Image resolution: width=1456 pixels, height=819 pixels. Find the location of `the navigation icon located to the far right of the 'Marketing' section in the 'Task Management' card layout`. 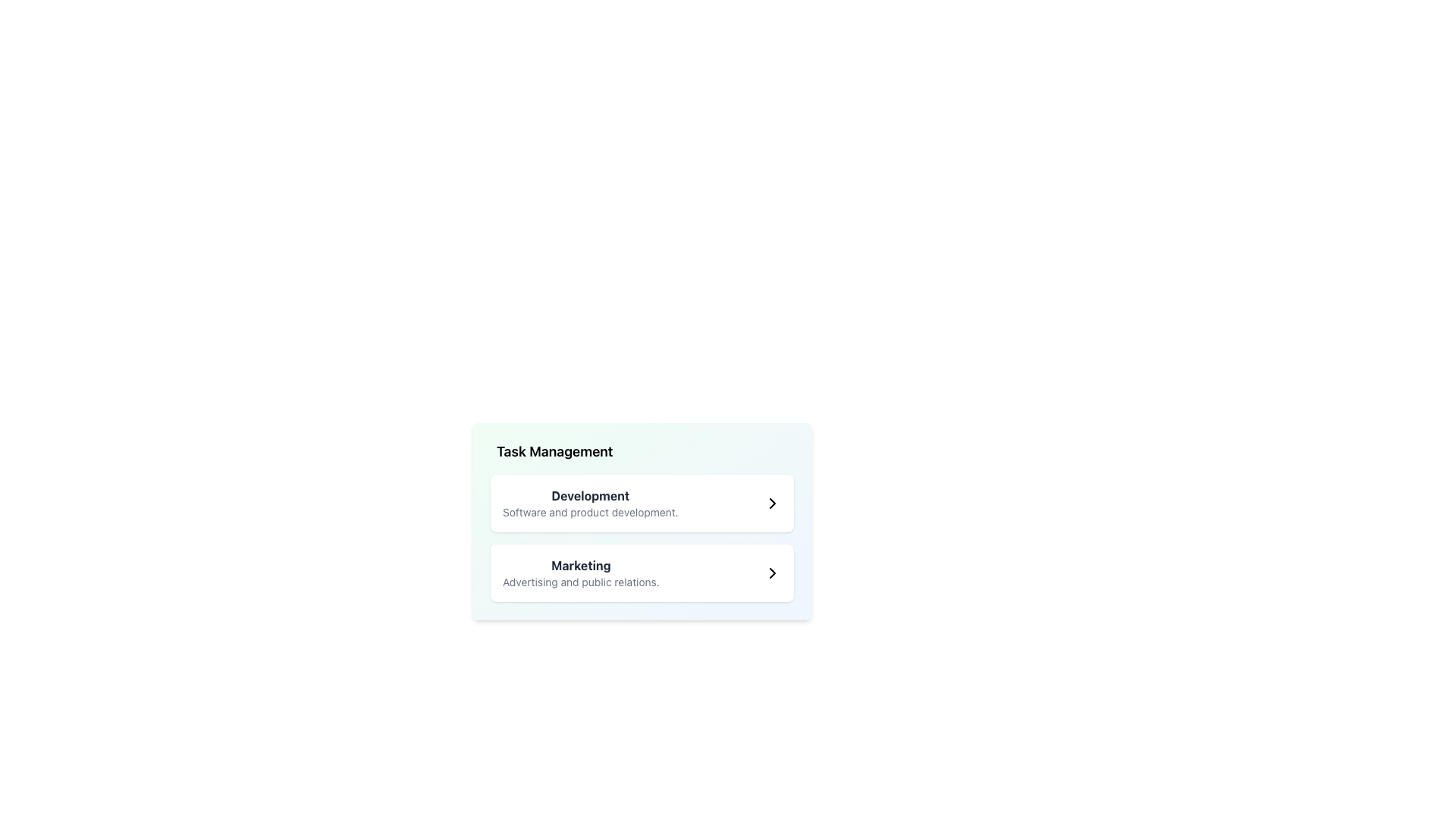

the navigation icon located to the far right of the 'Marketing' section in the 'Task Management' card layout is located at coordinates (772, 573).